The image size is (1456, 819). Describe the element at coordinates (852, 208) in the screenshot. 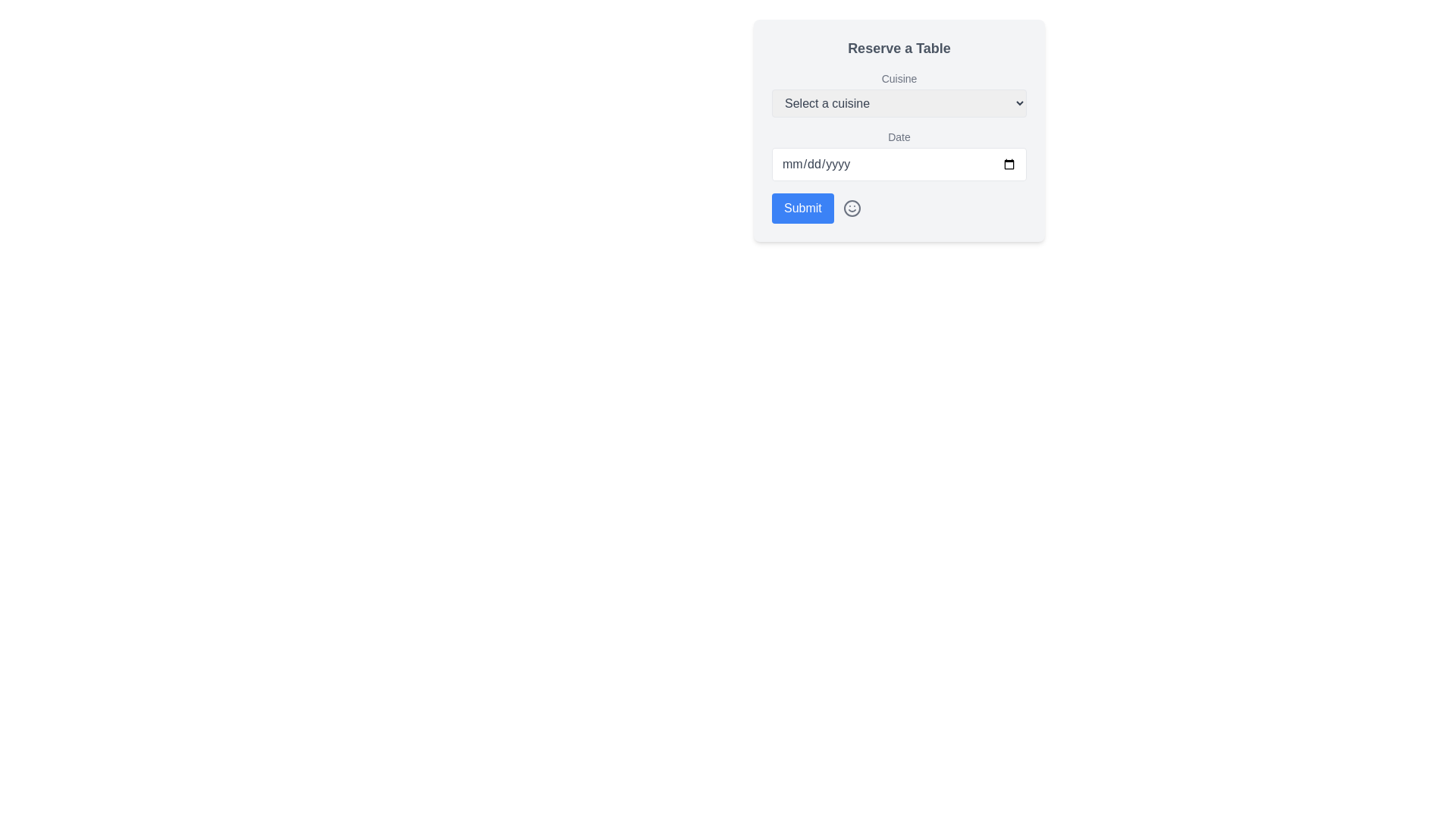

I see `the status icon located to the right of the blue 'Submit' button within the modal form` at that location.